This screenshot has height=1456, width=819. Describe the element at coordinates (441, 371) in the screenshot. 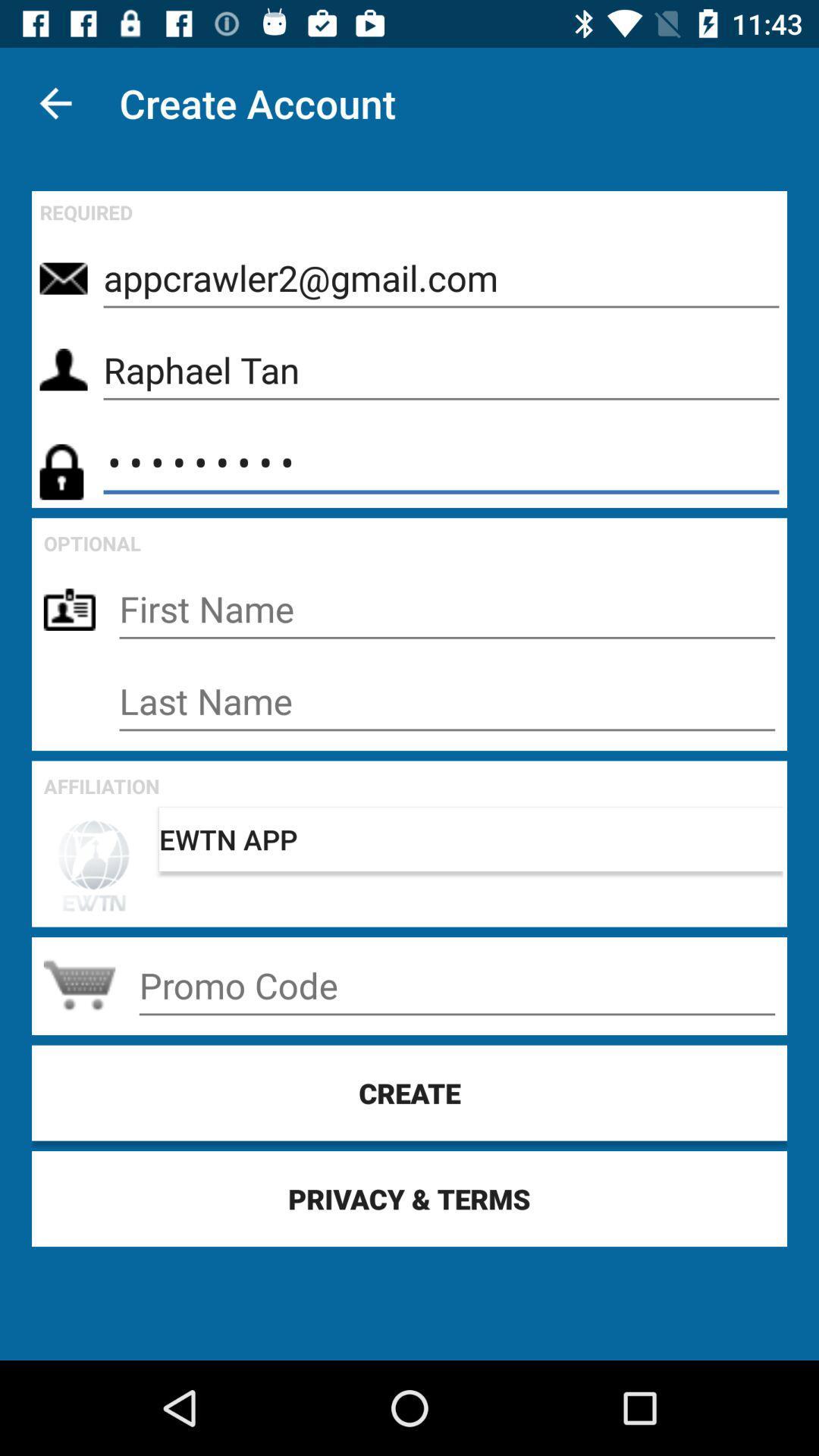

I see `the icon above crowd3116 icon` at that location.